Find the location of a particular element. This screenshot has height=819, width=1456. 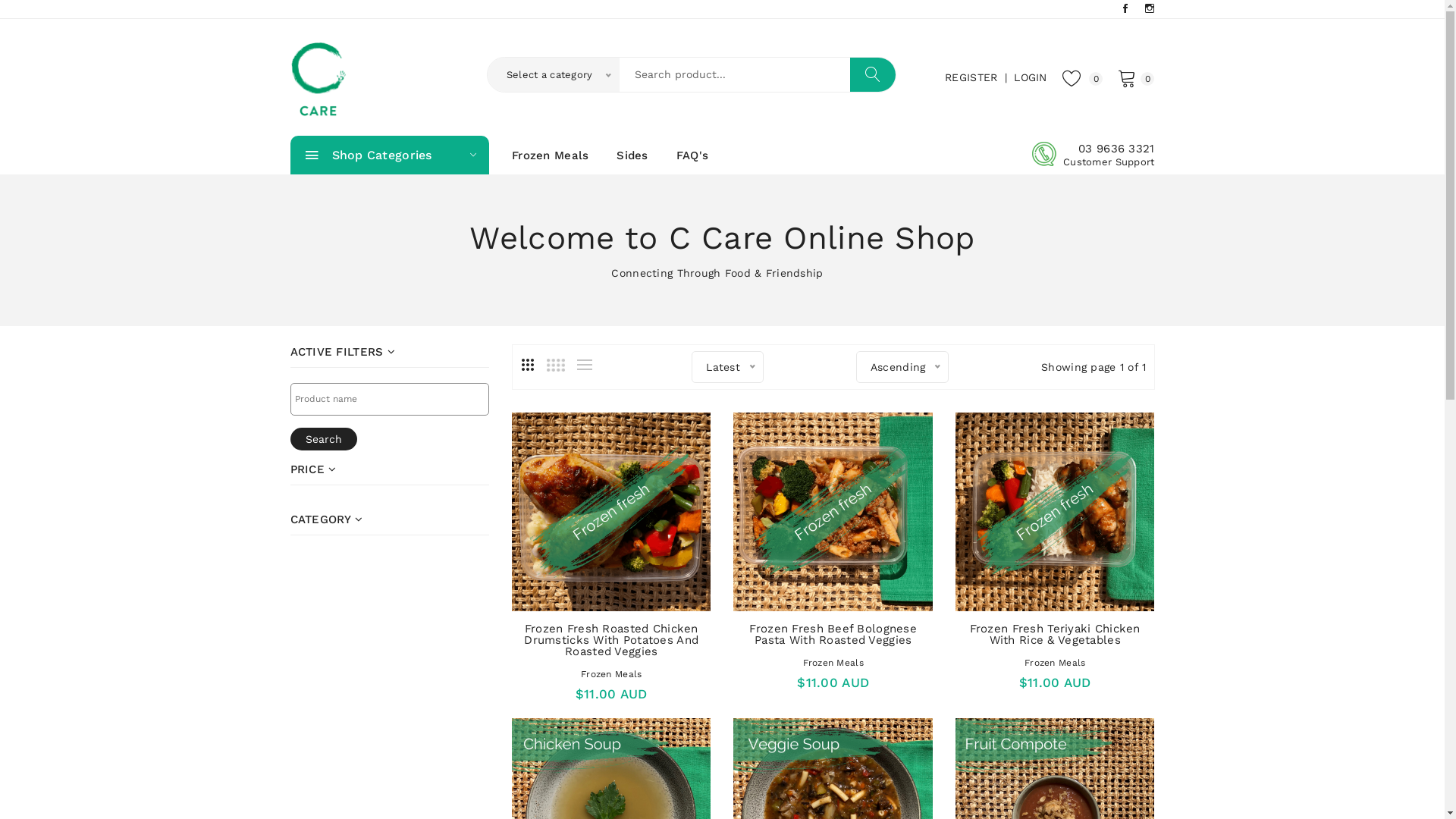

'REGISTER' is located at coordinates (971, 77).